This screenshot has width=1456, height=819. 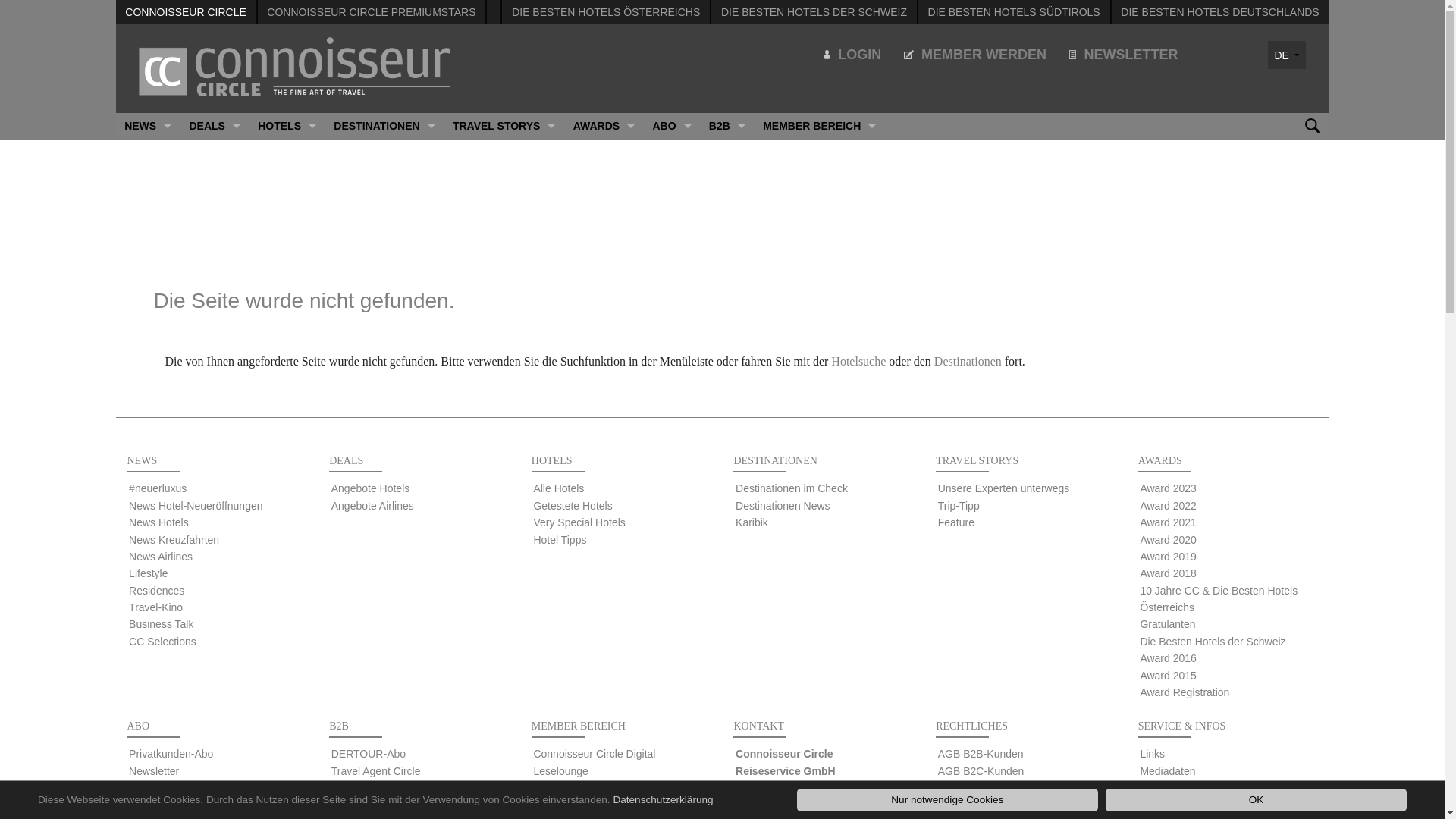 What do you see at coordinates (532, 488) in the screenshot?
I see `'Alle Hotels'` at bounding box center [532, 488].